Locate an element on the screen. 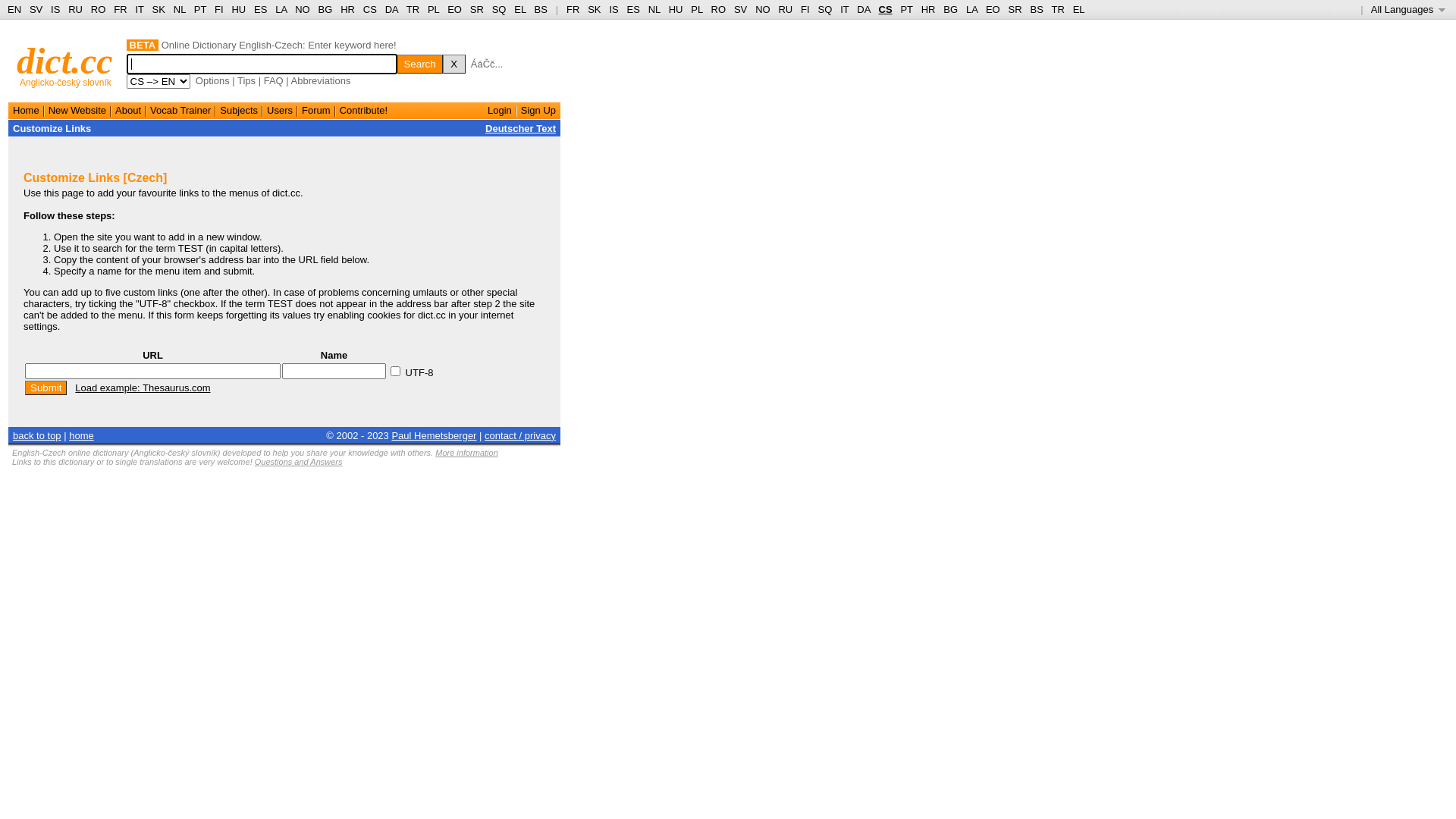 The height and width of the screenshot is (819, 1456). 'NO' is located at coordinates (755, 9).